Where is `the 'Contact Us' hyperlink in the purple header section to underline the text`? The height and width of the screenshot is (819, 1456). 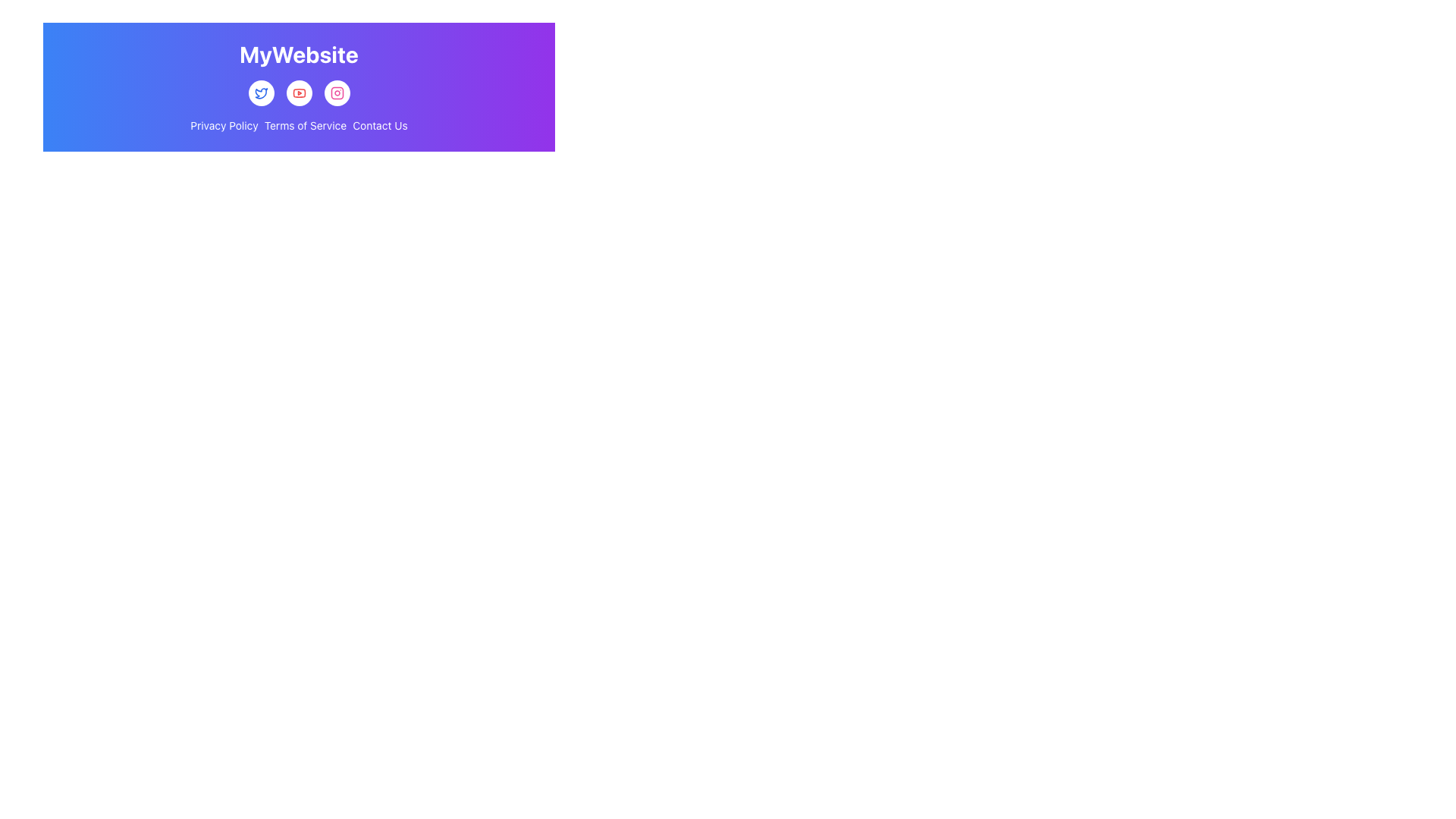
the 'Contact Us' hyperlink in the purple header section to underline the text is located at coordinates (380, 124).